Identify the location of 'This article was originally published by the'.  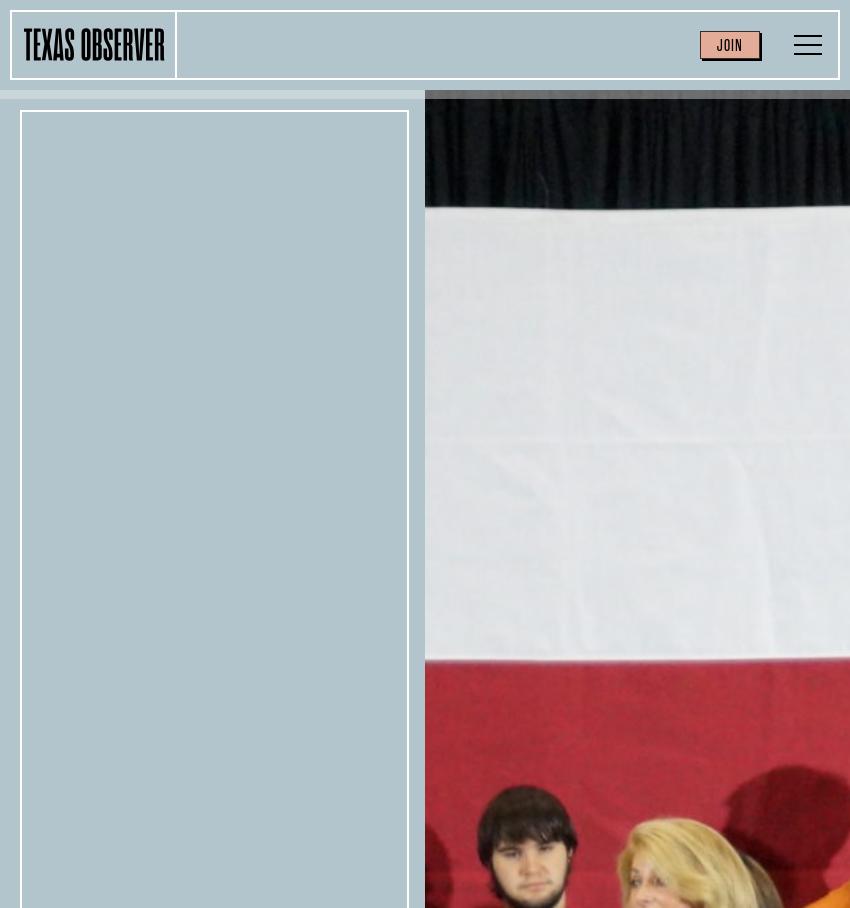
(572, 496).